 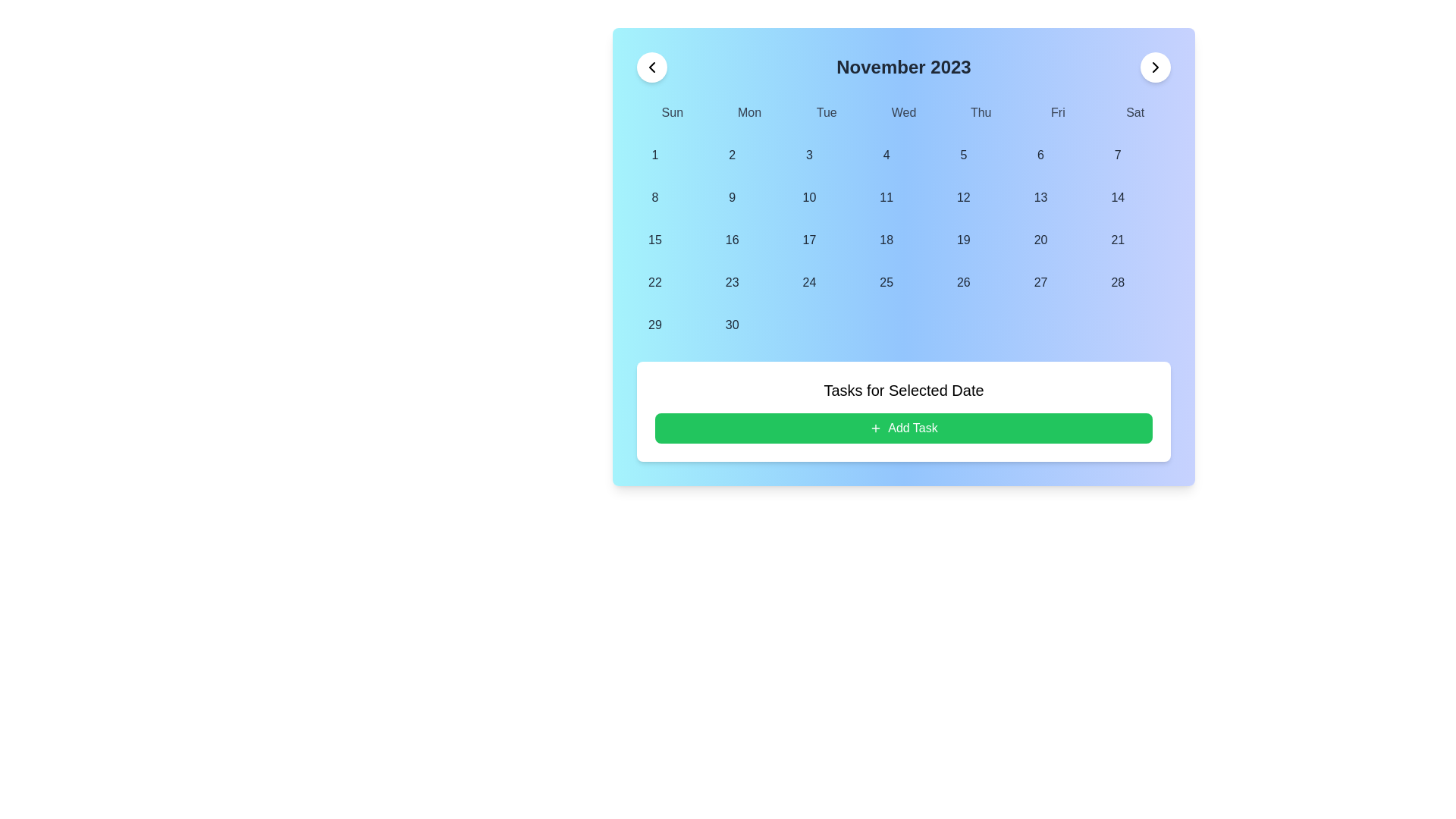 What do you see at coordinates (1040, 239) in the screenshot?
I see `the button representing the 20th day of the month in the calendar` at bounding box center [1040, 239].